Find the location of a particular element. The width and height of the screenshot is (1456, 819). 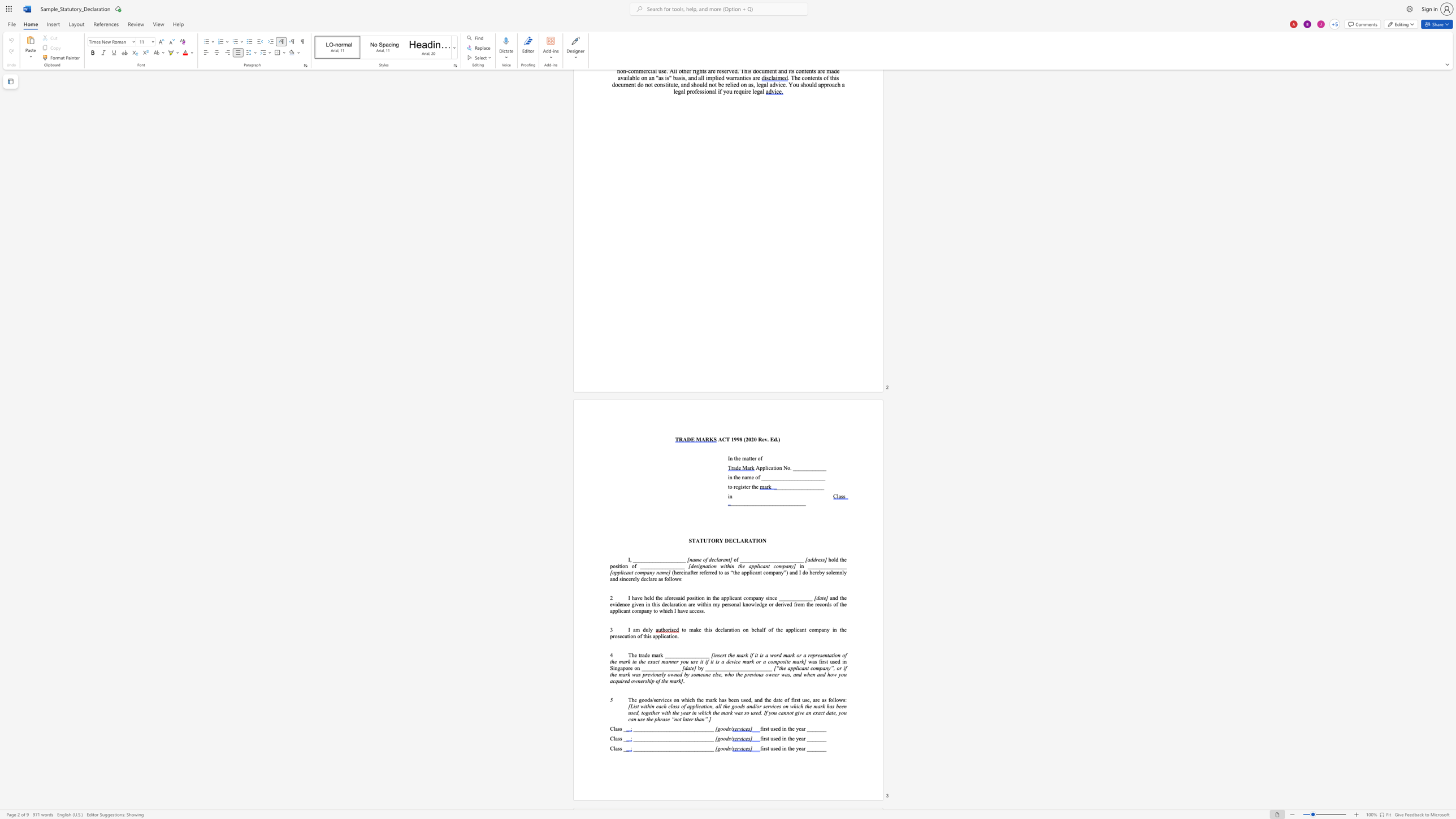

the 21th character "_" in the text is located at coordinates (787, 503).